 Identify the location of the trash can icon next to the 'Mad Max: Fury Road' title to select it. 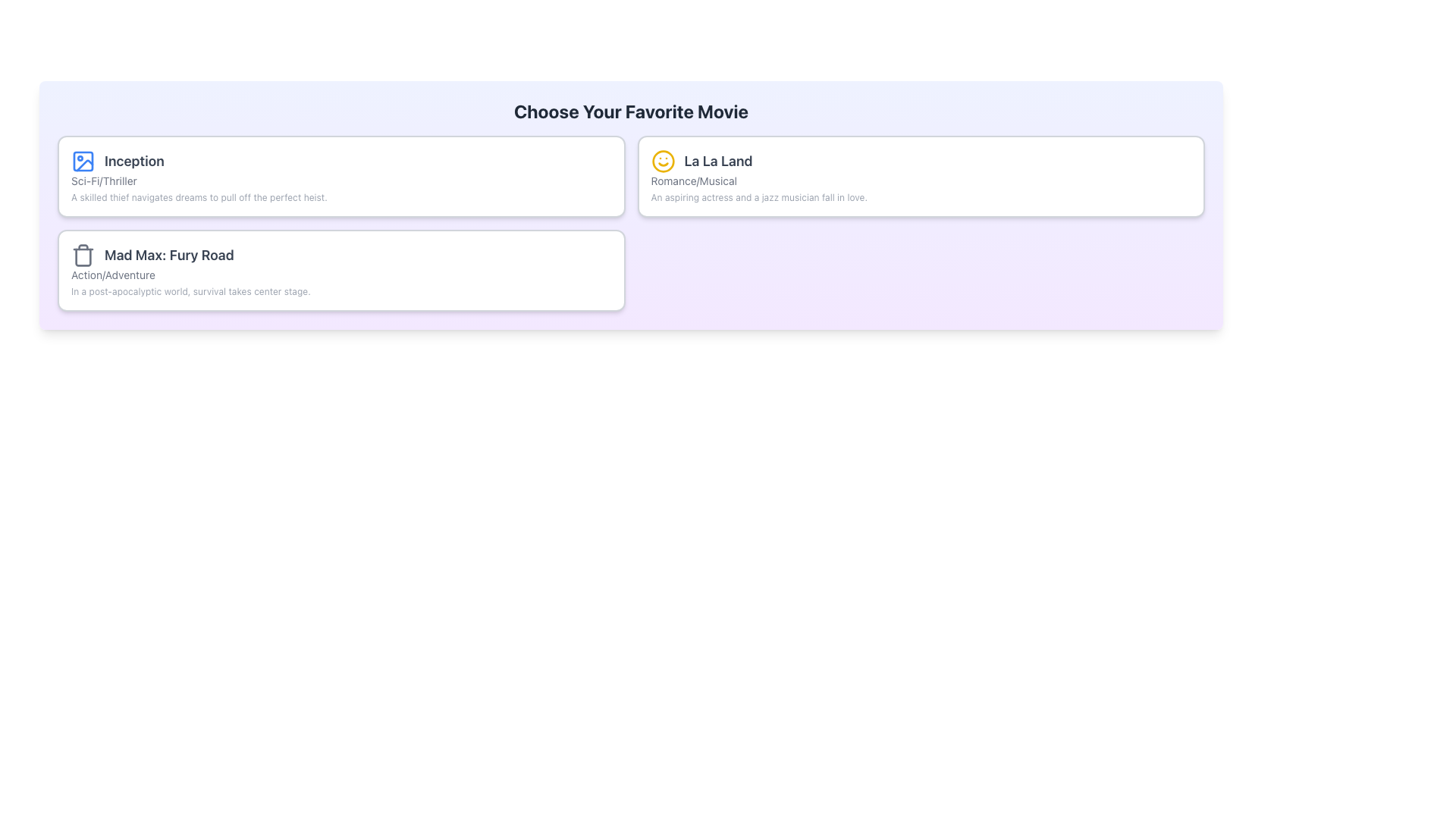
(83, 256).